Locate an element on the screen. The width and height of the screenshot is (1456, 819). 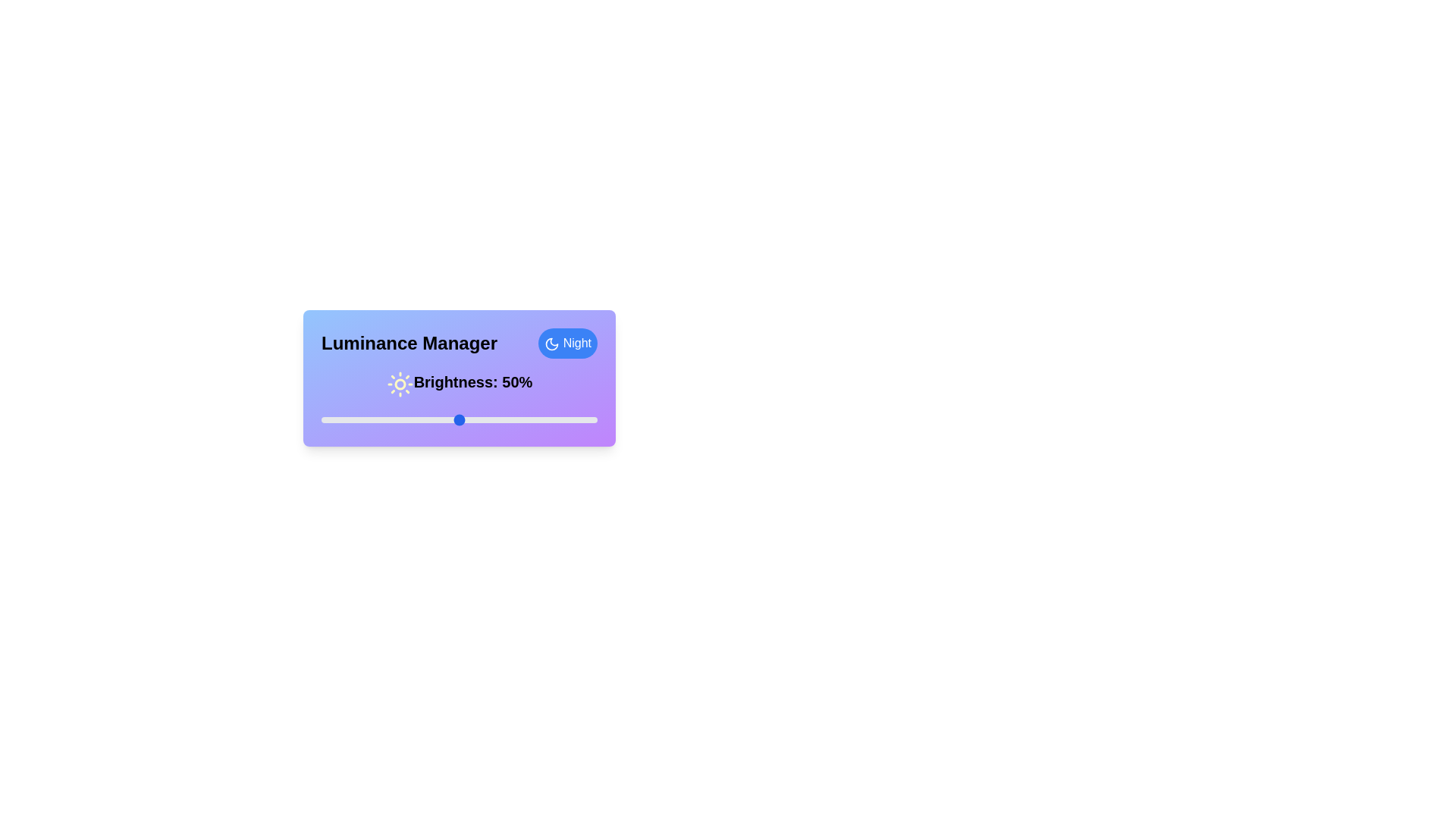
the luminance slider to 58% is located at coordinates (481, 420).